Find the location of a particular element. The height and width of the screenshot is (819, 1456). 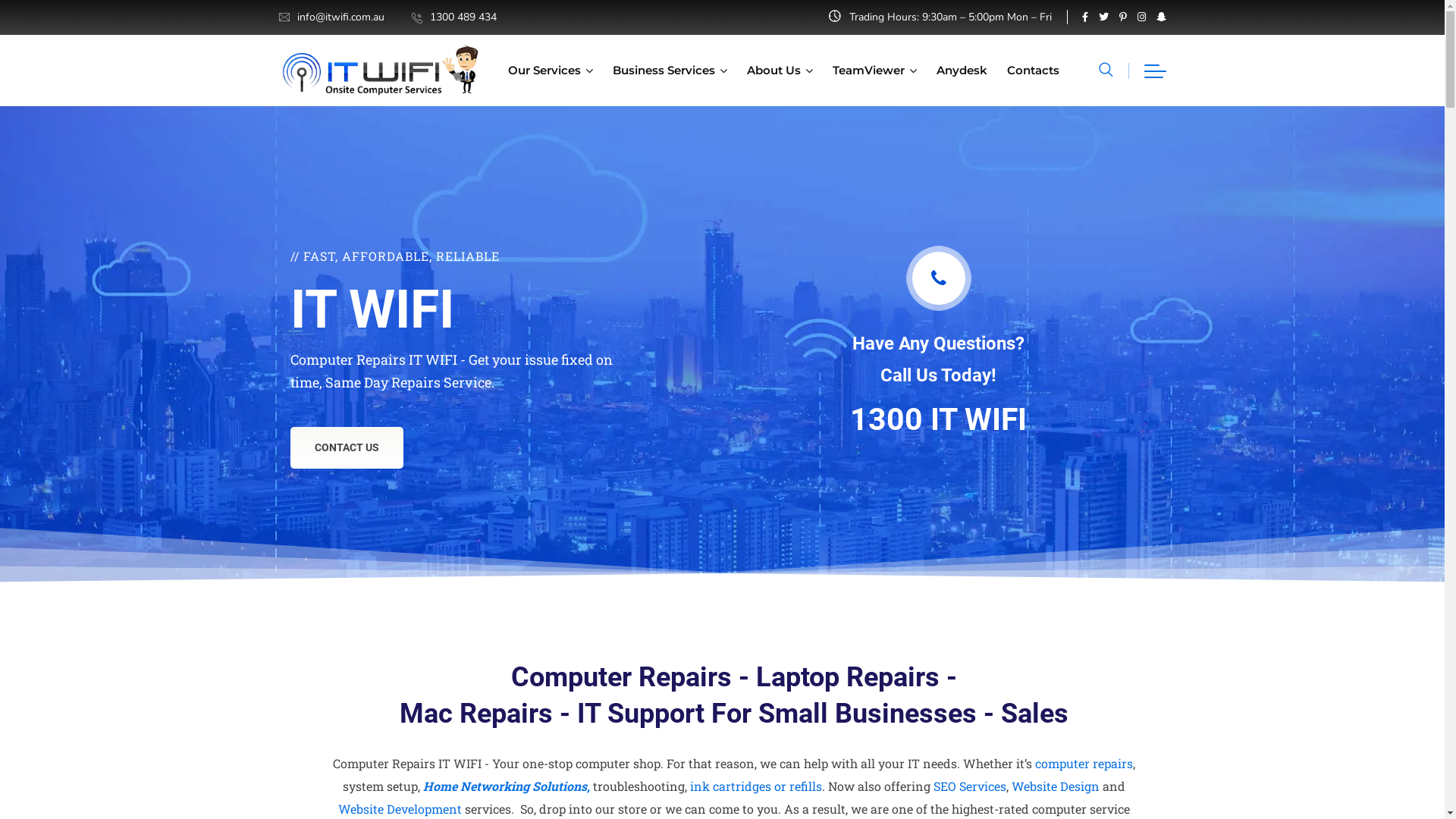

'Website Development' is located at coordinates (400, 808).